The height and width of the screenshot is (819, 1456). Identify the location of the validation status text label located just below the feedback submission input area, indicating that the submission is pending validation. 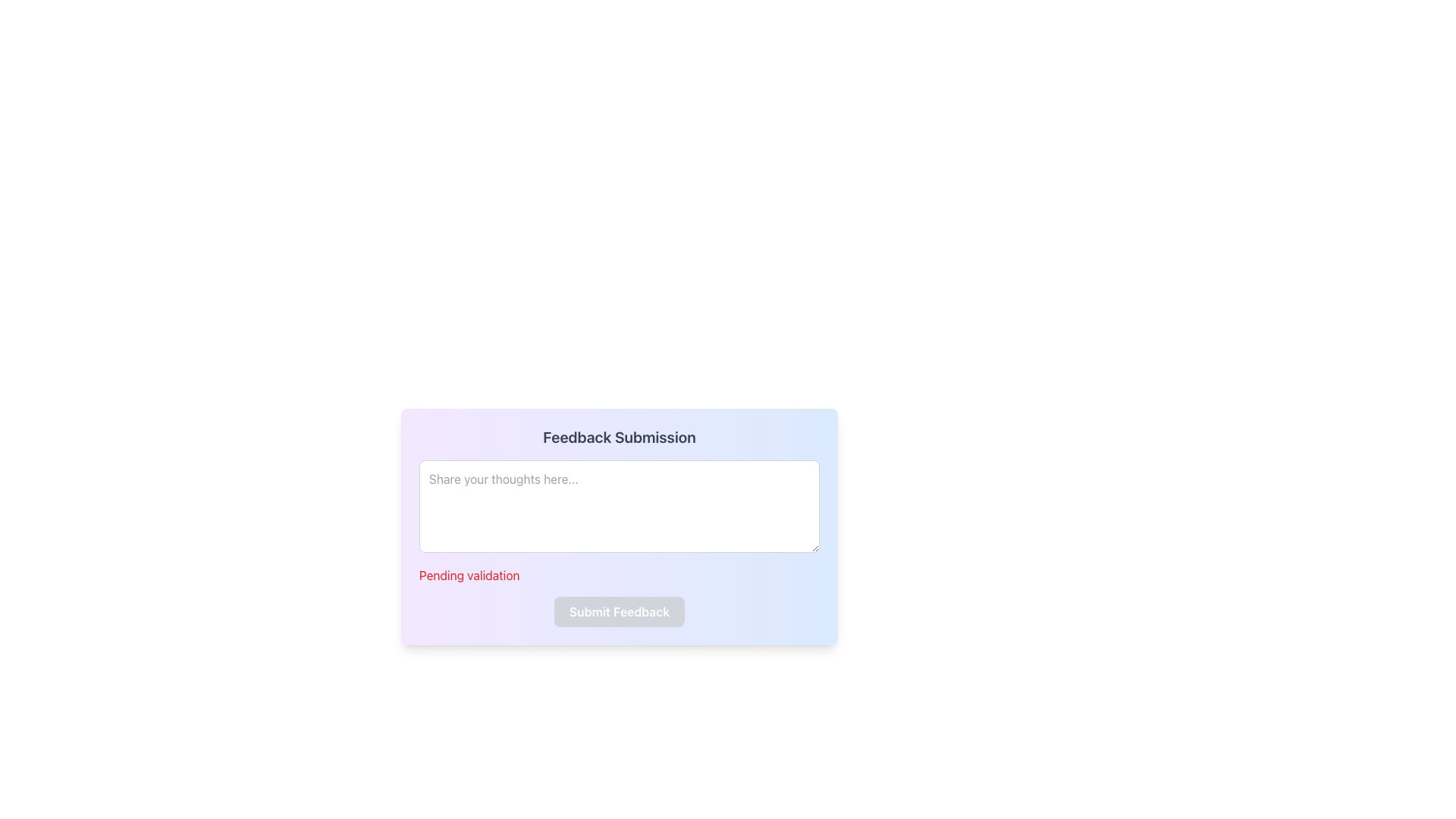
(469, 576).